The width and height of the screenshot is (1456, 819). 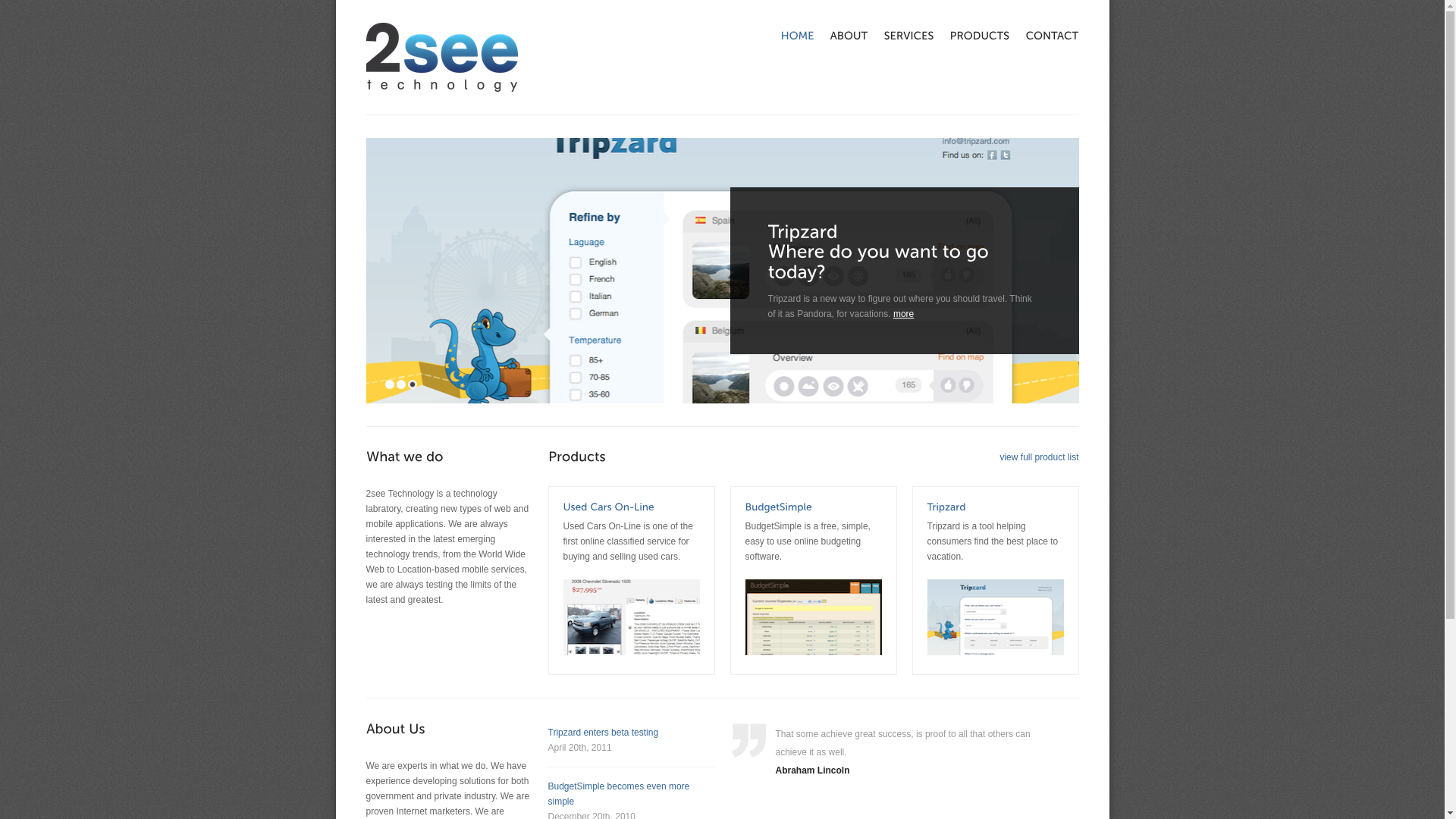 What do you see at coordinates (365, 56) in the screenshot?
I see `'Back Home'` at bounding box center [365, 56].